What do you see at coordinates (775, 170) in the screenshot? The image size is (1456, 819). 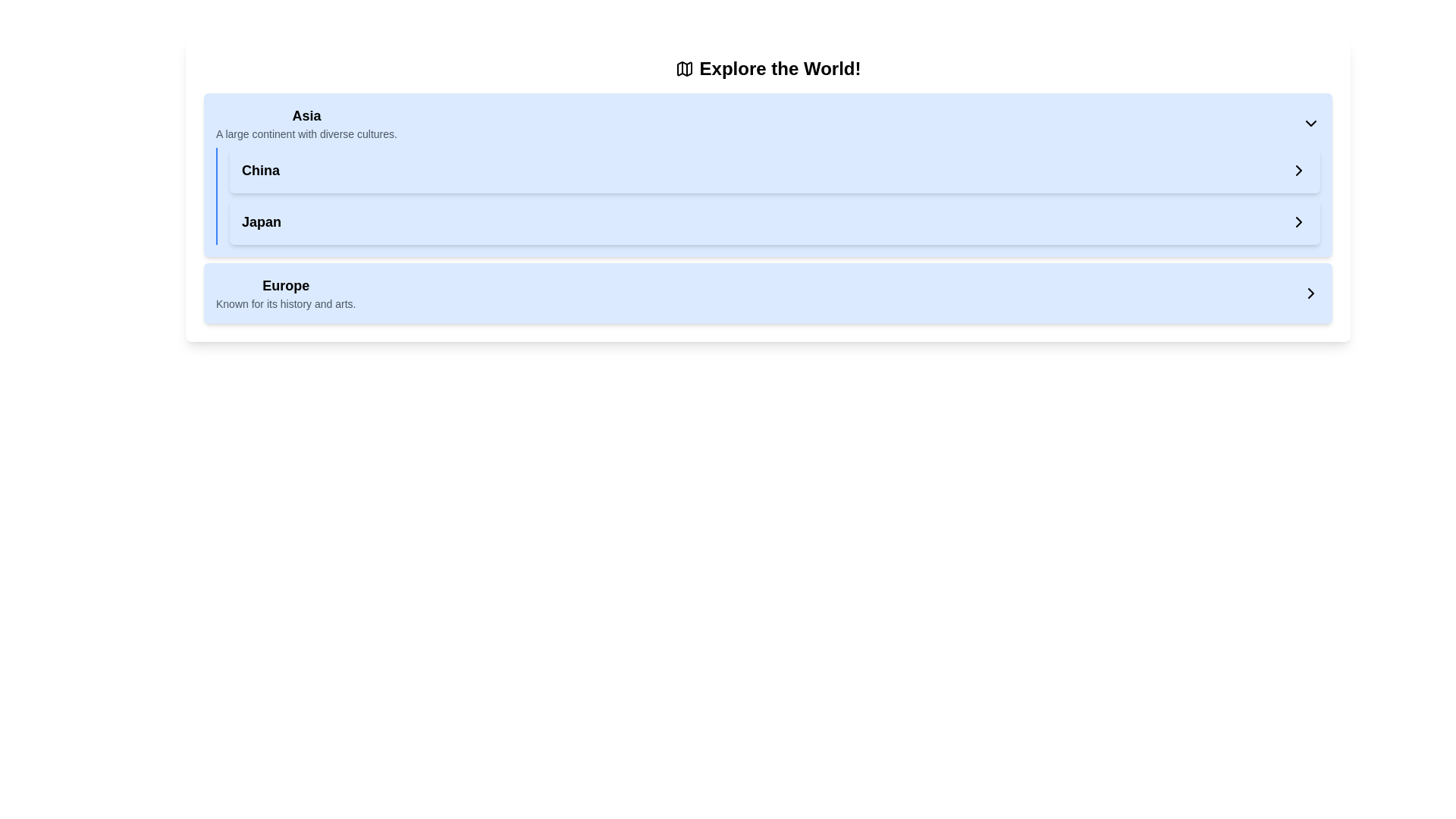 I see `the 'China' button or selectable panel with a light blue background` at bounding box center [775, 170].